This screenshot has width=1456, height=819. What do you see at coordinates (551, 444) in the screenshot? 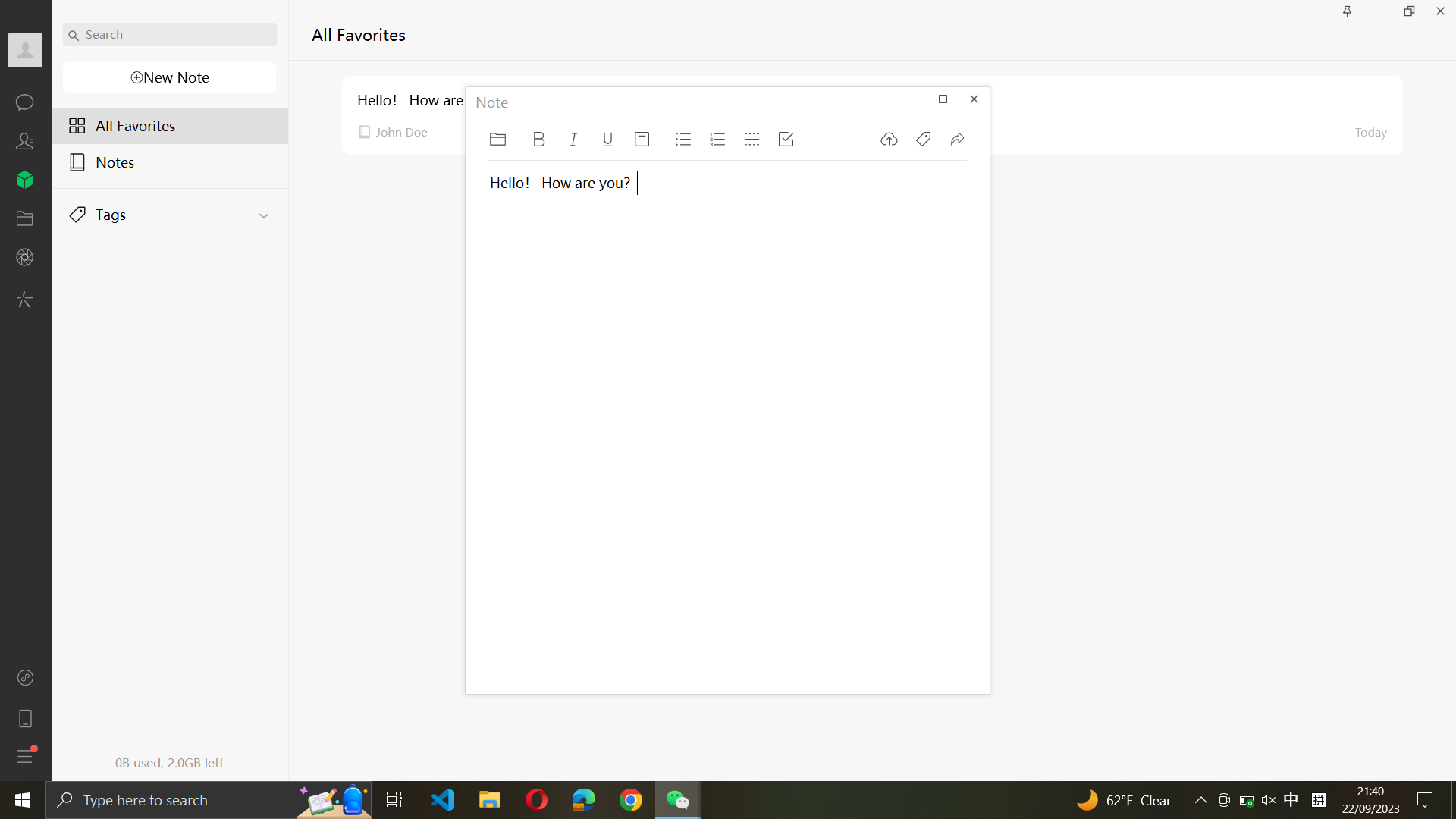
I see `Type "Greetings" in the current note and make the text bold` at bounding box center [551, 444].